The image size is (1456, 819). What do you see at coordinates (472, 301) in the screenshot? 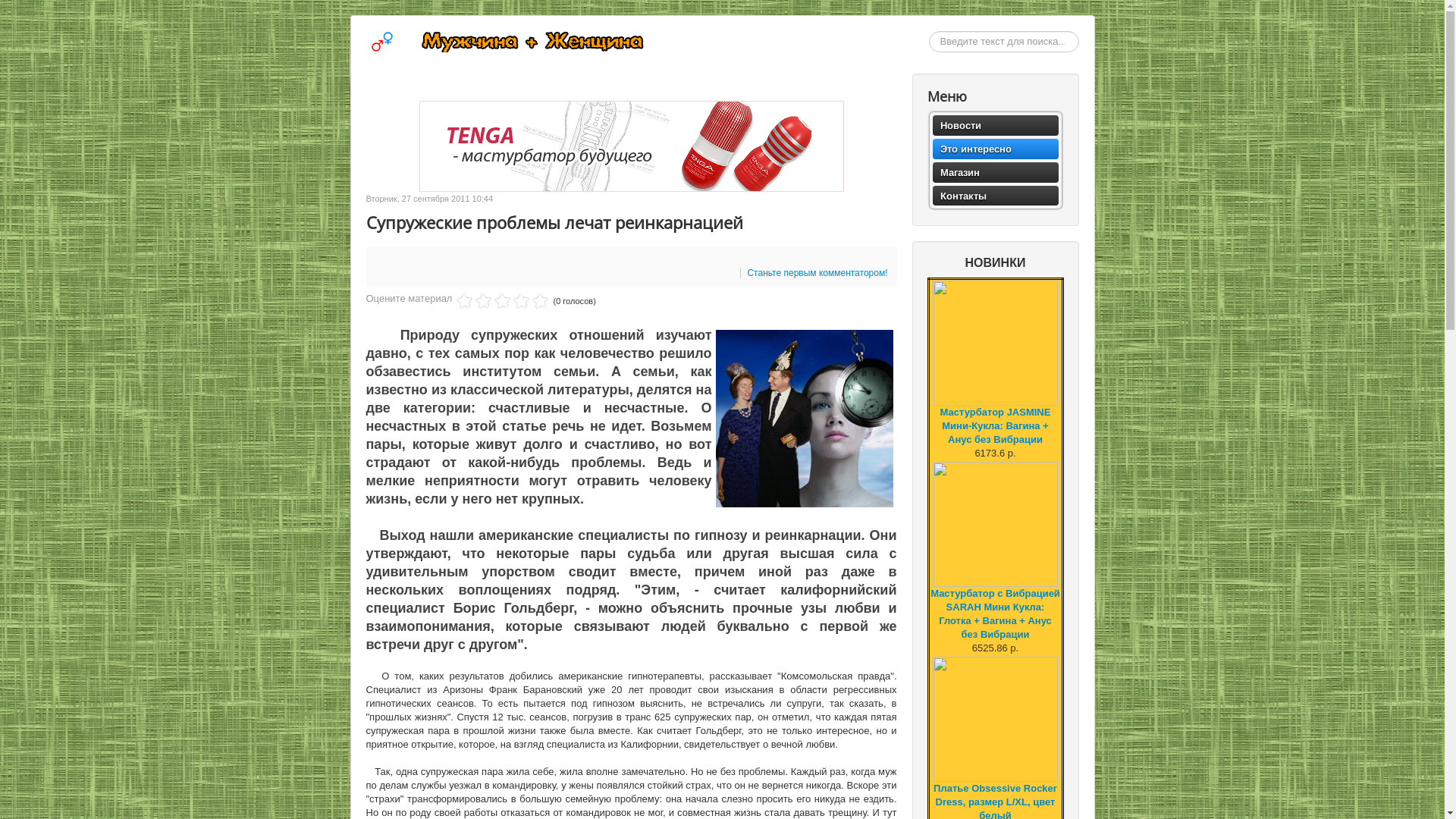
I see `'2'` at bounding box center [472, 301].